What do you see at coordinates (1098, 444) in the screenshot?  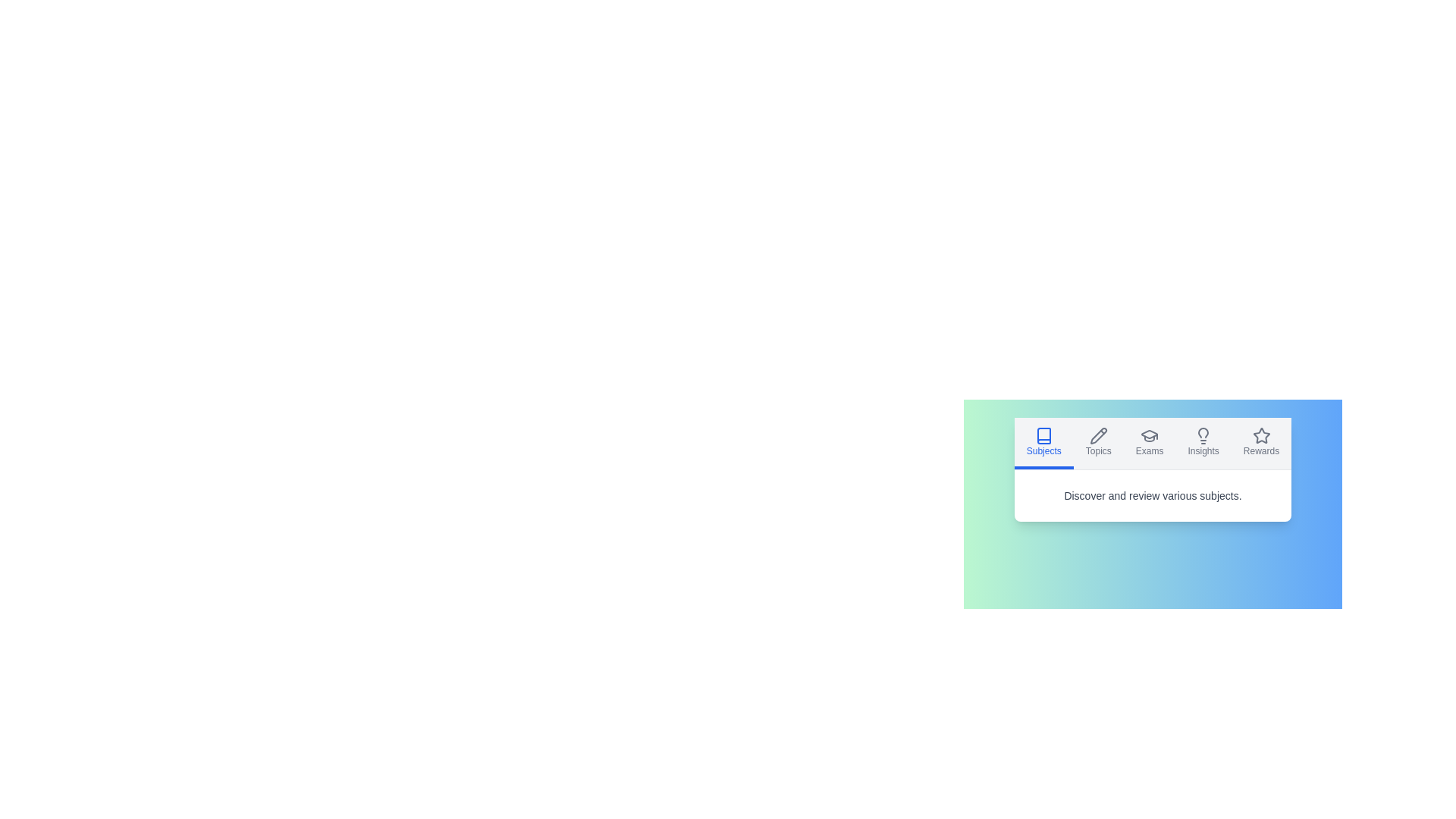 I see `the Topics tab by clicking on its corresponding button` at bounding box center [1098, 444].